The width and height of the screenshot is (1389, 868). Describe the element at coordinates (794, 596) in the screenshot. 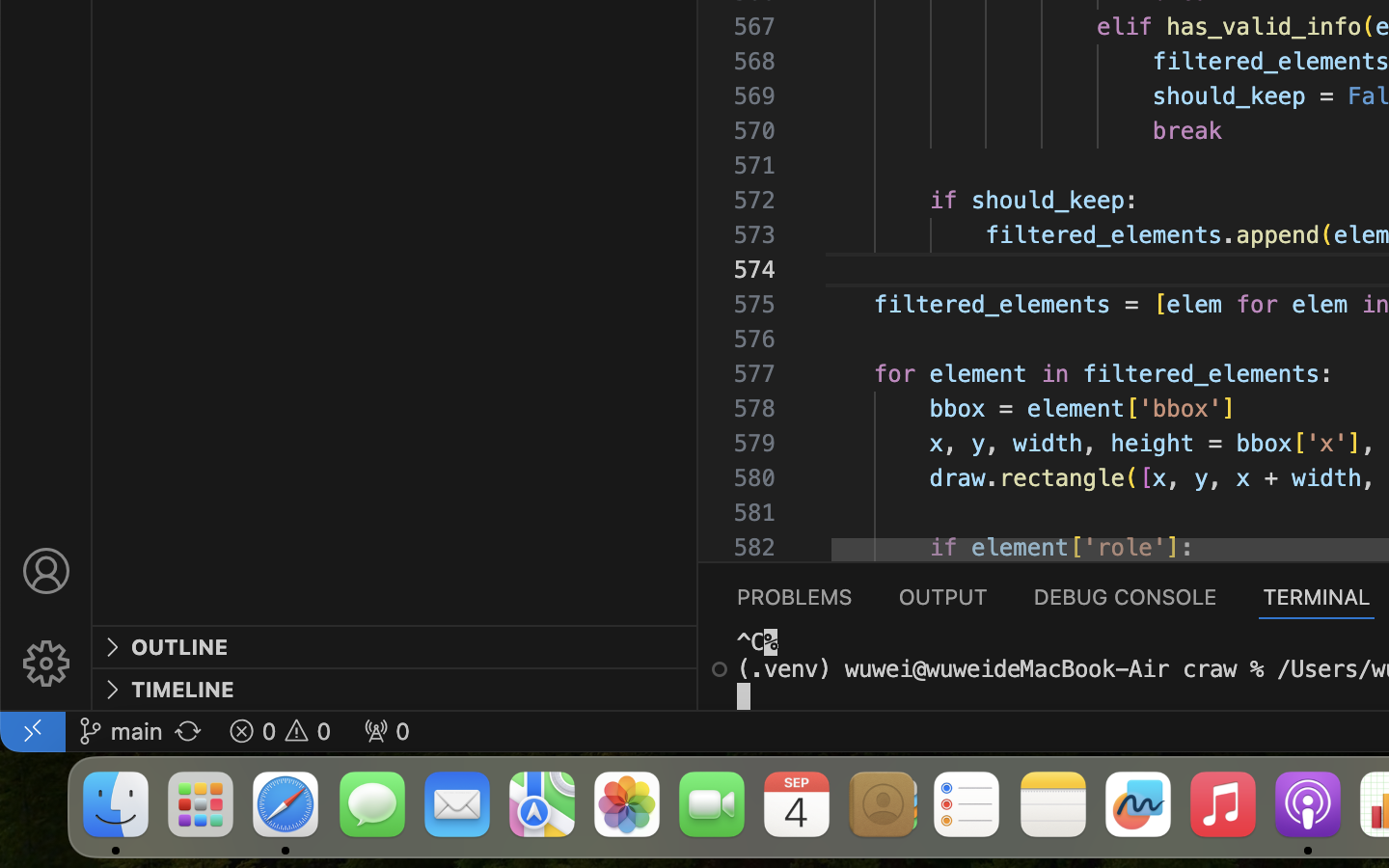

I see `'0 PROBLEMS'` at that location.